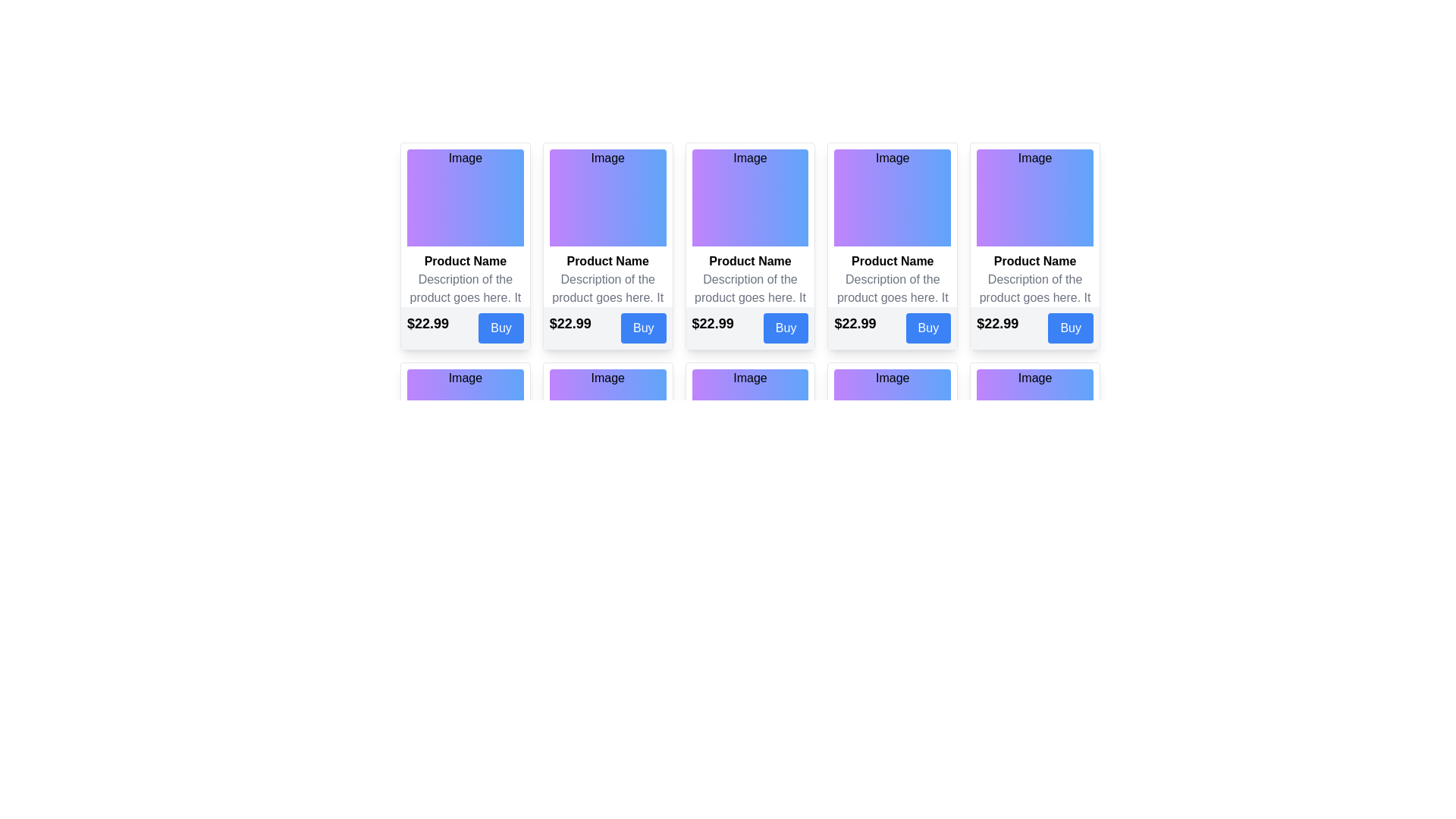 The image size is (1456, 819). I want to click on the rectangular button with rounded corners and blue background that reads 'Buy' to change its background color, so click(927, 327).